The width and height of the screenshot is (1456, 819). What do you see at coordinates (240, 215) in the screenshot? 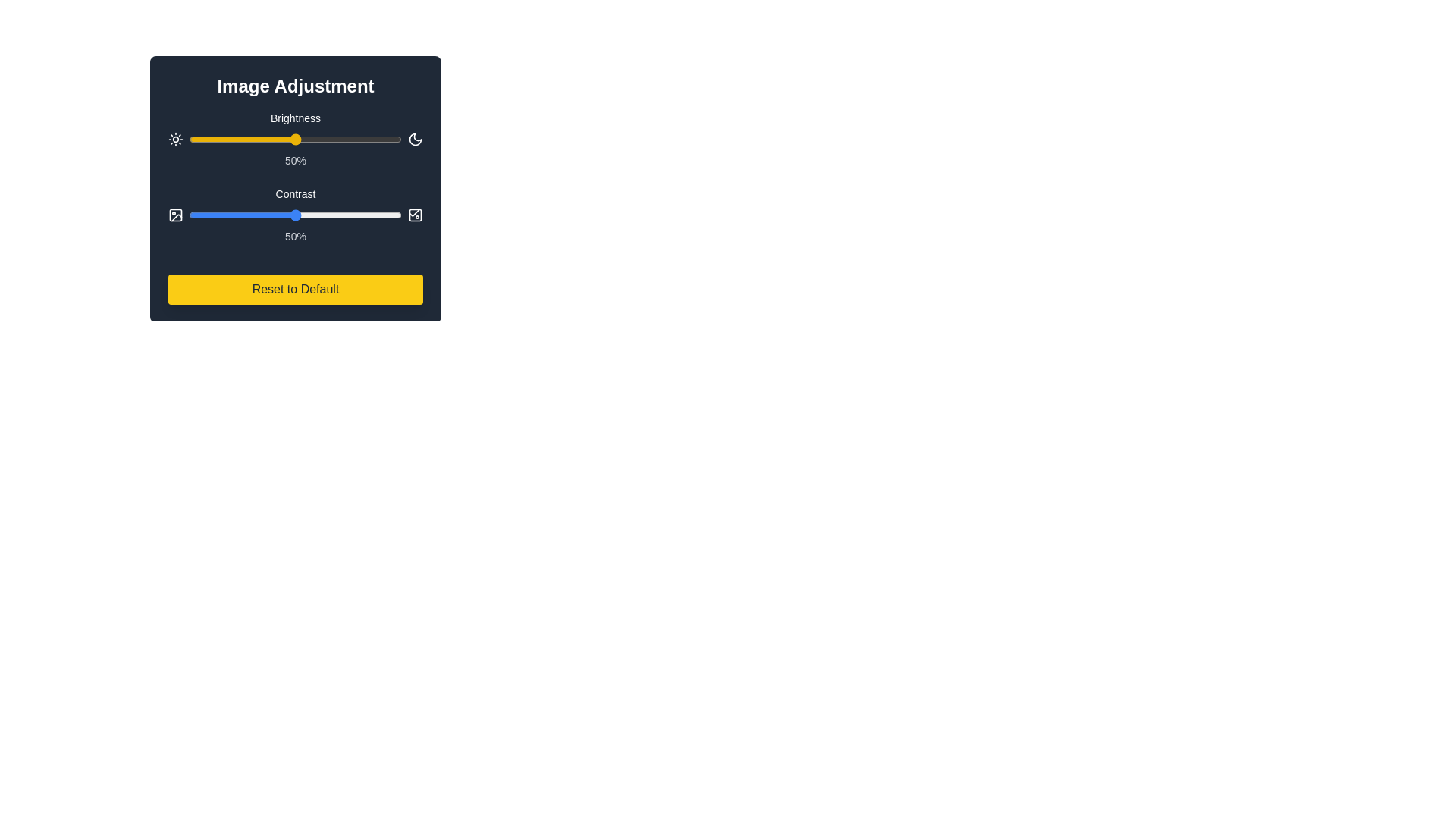
I see `the contrast level` at bounding box center [240, 215].